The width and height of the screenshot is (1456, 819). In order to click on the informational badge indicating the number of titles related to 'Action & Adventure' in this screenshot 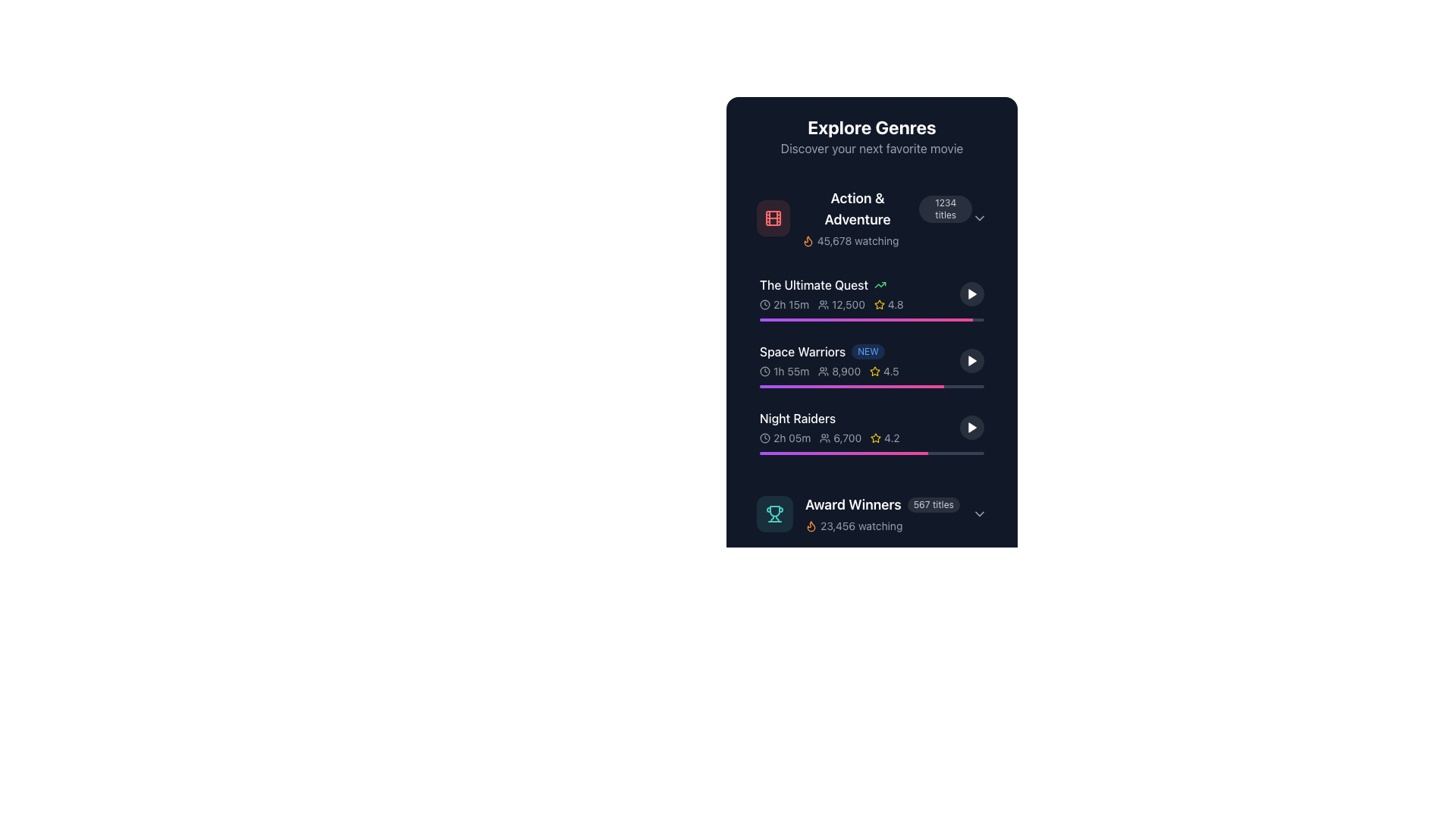, I will do `click(945, 209)`.